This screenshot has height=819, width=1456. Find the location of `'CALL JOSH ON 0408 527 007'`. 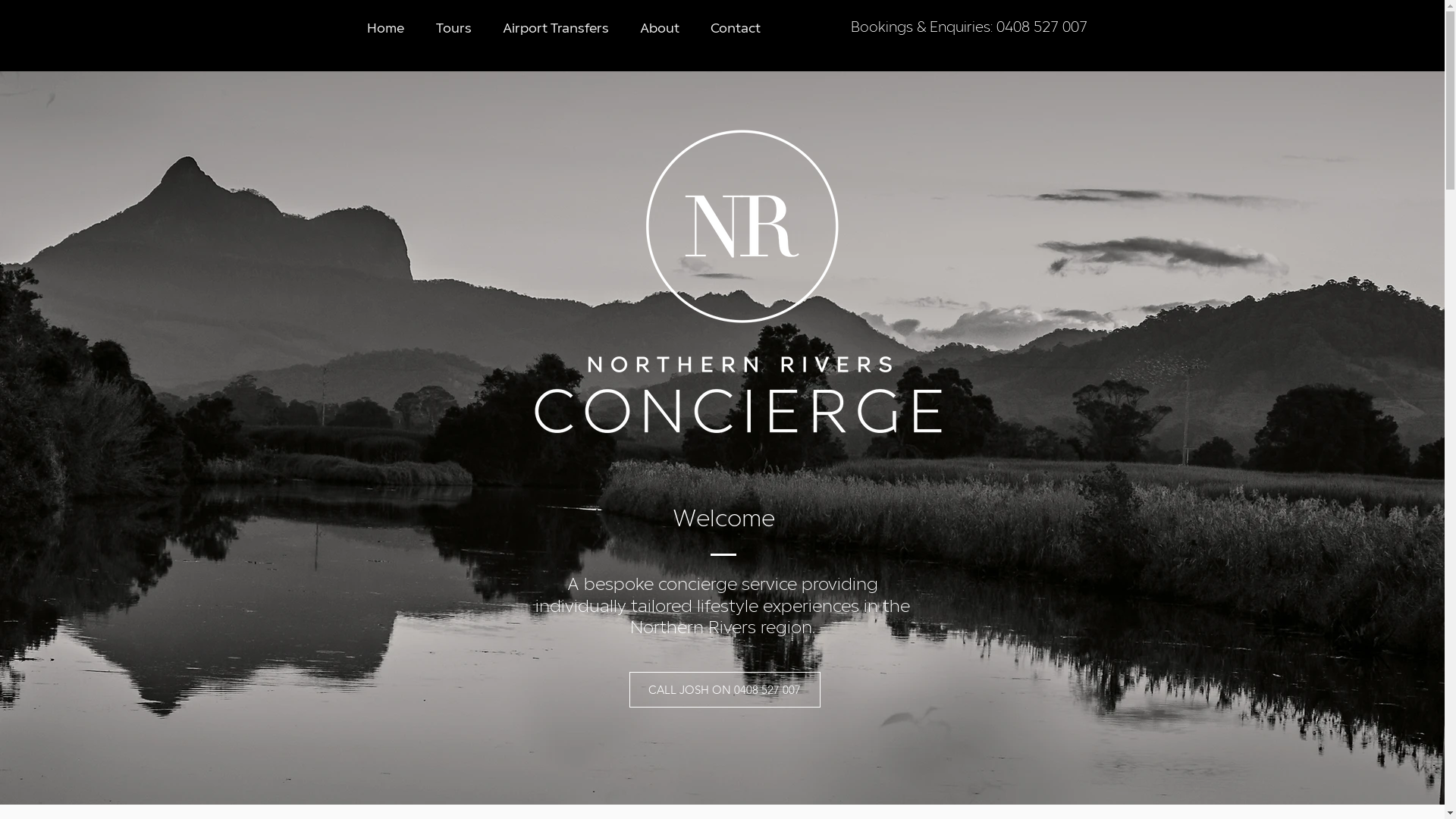

'CALL JOSH ON 0408 527 007' is located at coordinates (629, 689).